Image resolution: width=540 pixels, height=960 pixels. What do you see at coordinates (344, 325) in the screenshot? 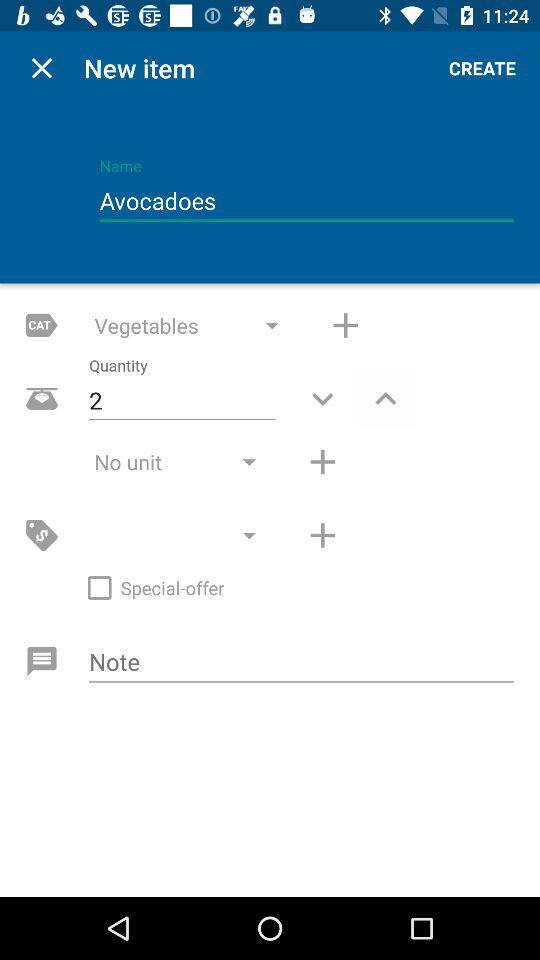
I see `increase` at bounding box center [344, 325].